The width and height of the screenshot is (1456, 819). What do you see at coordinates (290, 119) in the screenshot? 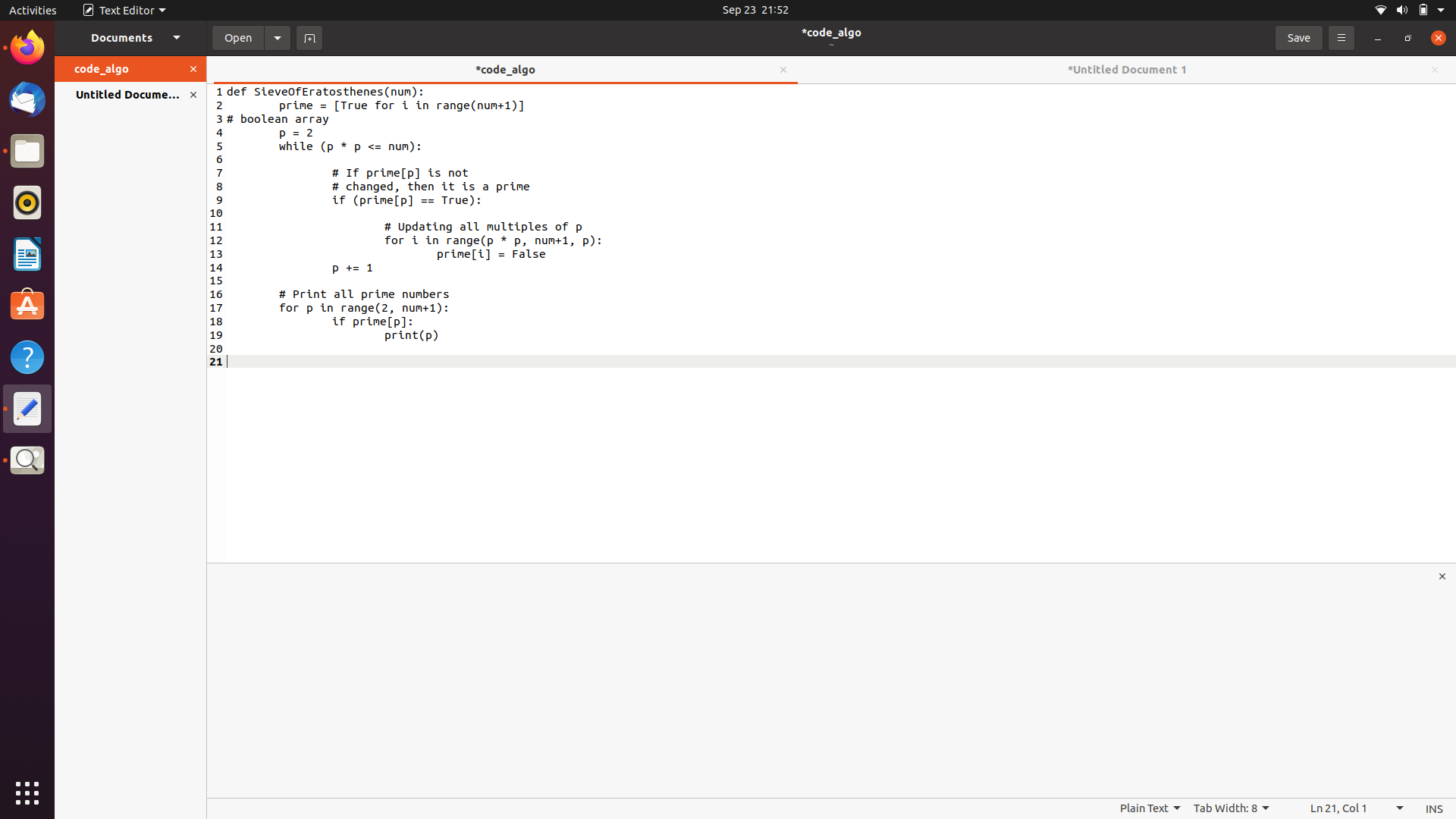
I see `Use key combinations Ctrl+A to select, Ctrl+C to copy from code_algo paper and Ctrl+V to paste it into an untitled document` at bounding box center [290, 119].